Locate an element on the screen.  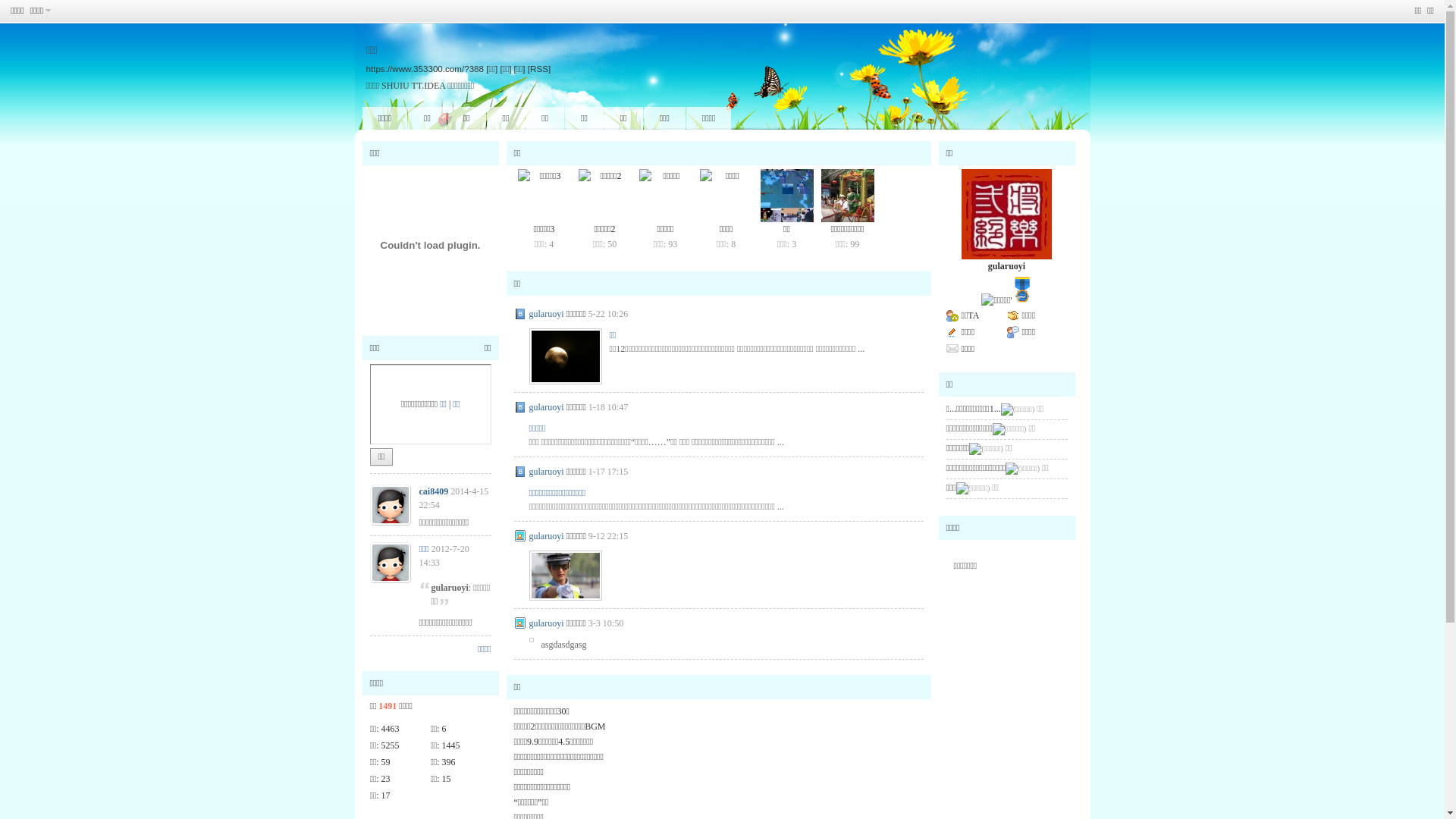
'gularuoyi' is located at coordinates (546, 312).